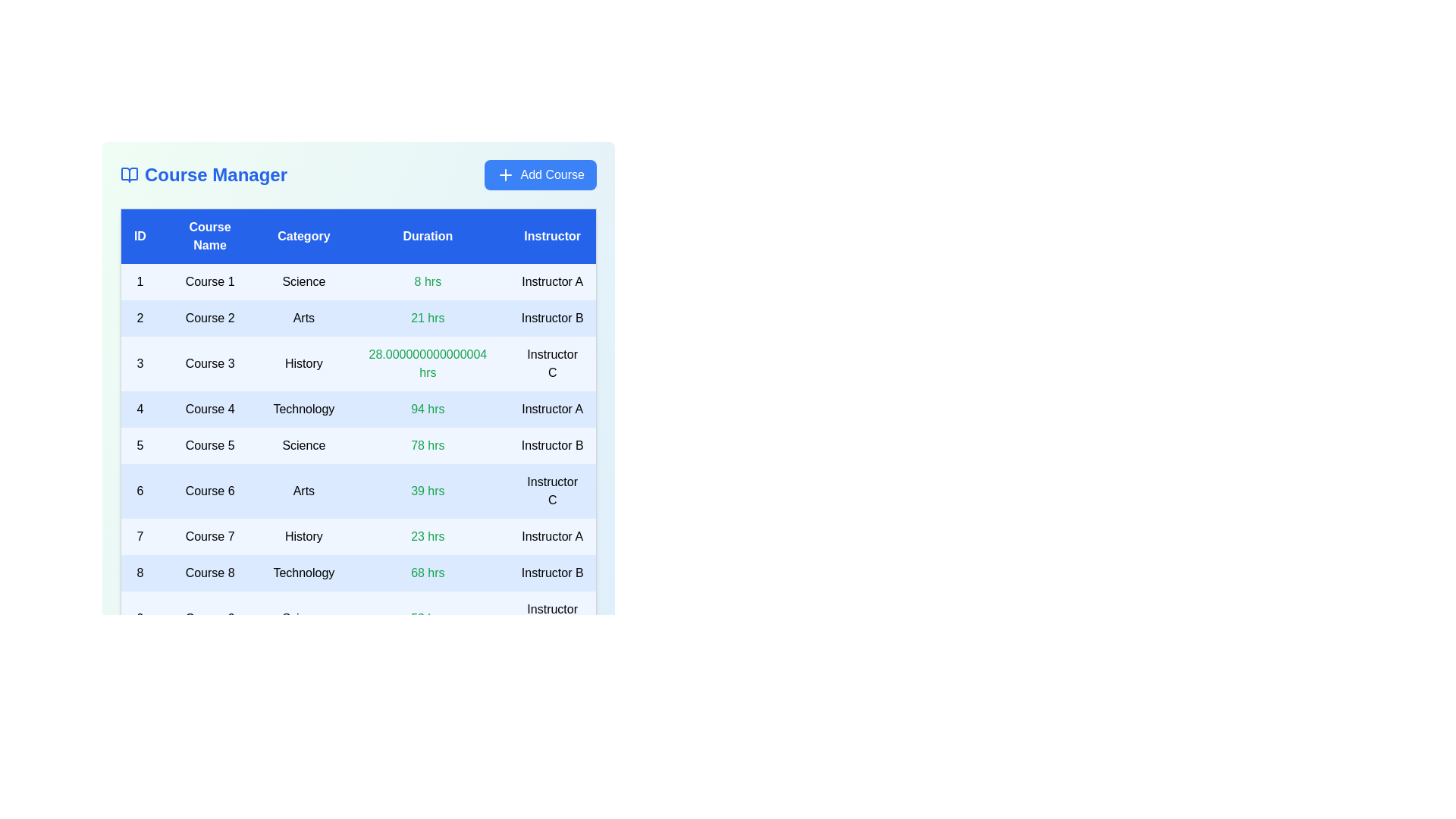  What do you see at coordinates (427, 236) in the screenshot?
I see `the table header labeled 'Duration' to sort the courses by that column` at bounding box center [427, 236].